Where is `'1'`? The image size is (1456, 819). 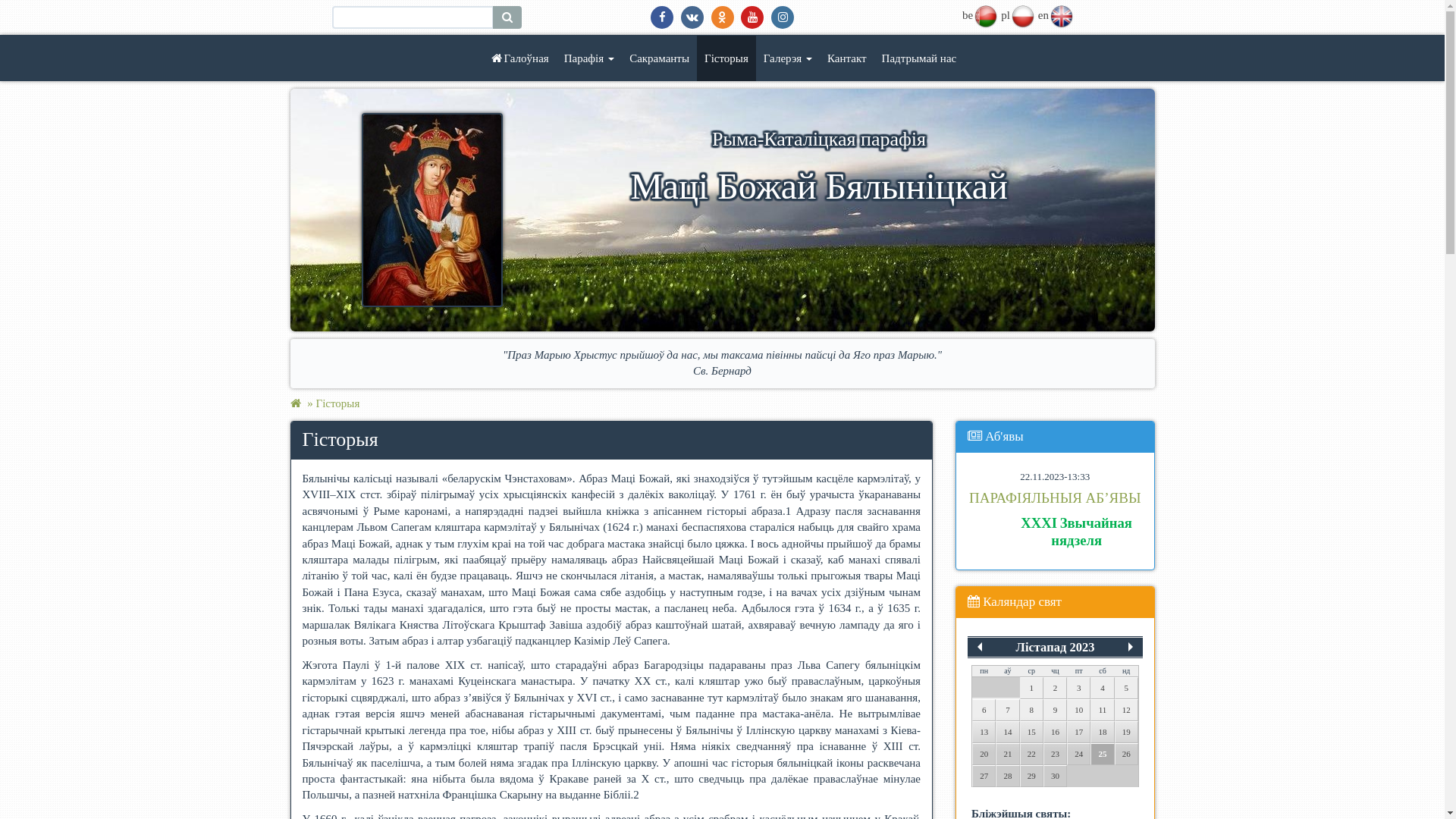 '1' is located at coordinates (1031, 688).